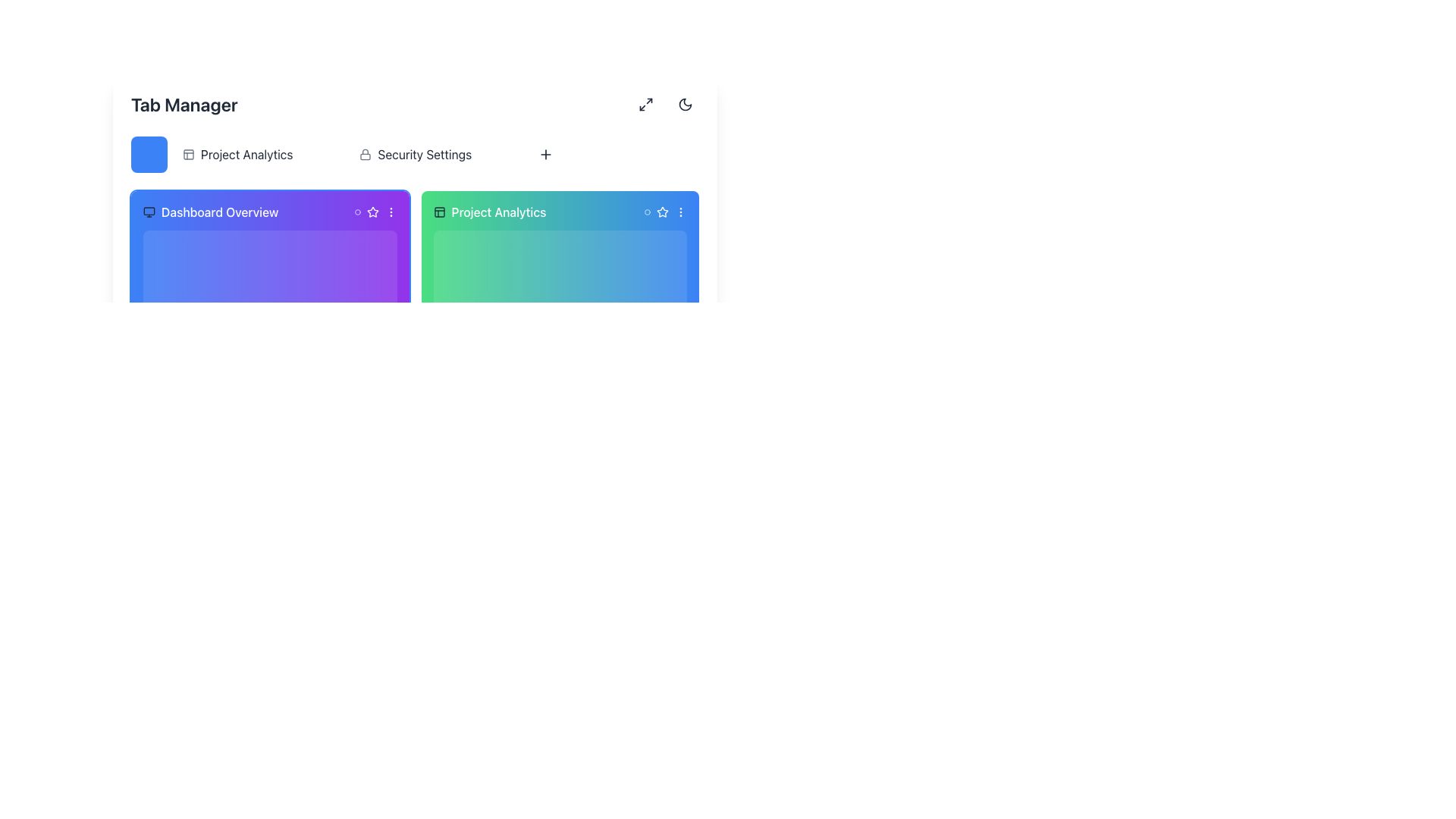  I want to click on the 'Project Analytics' button, which features an icon resembling a stylized page, so click(237, 155).